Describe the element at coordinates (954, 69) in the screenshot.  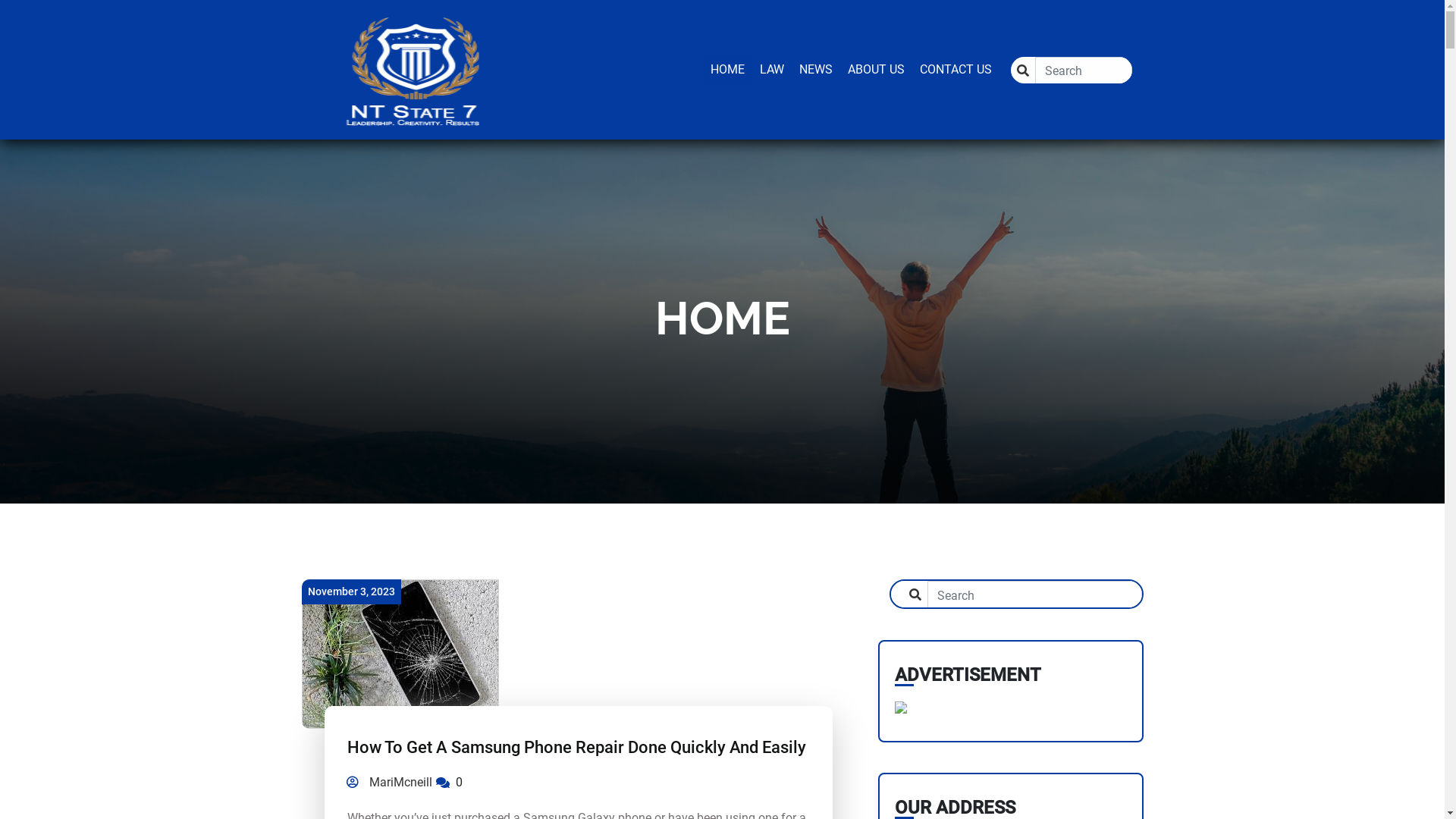
I see `'CONTACT US'` at that location.